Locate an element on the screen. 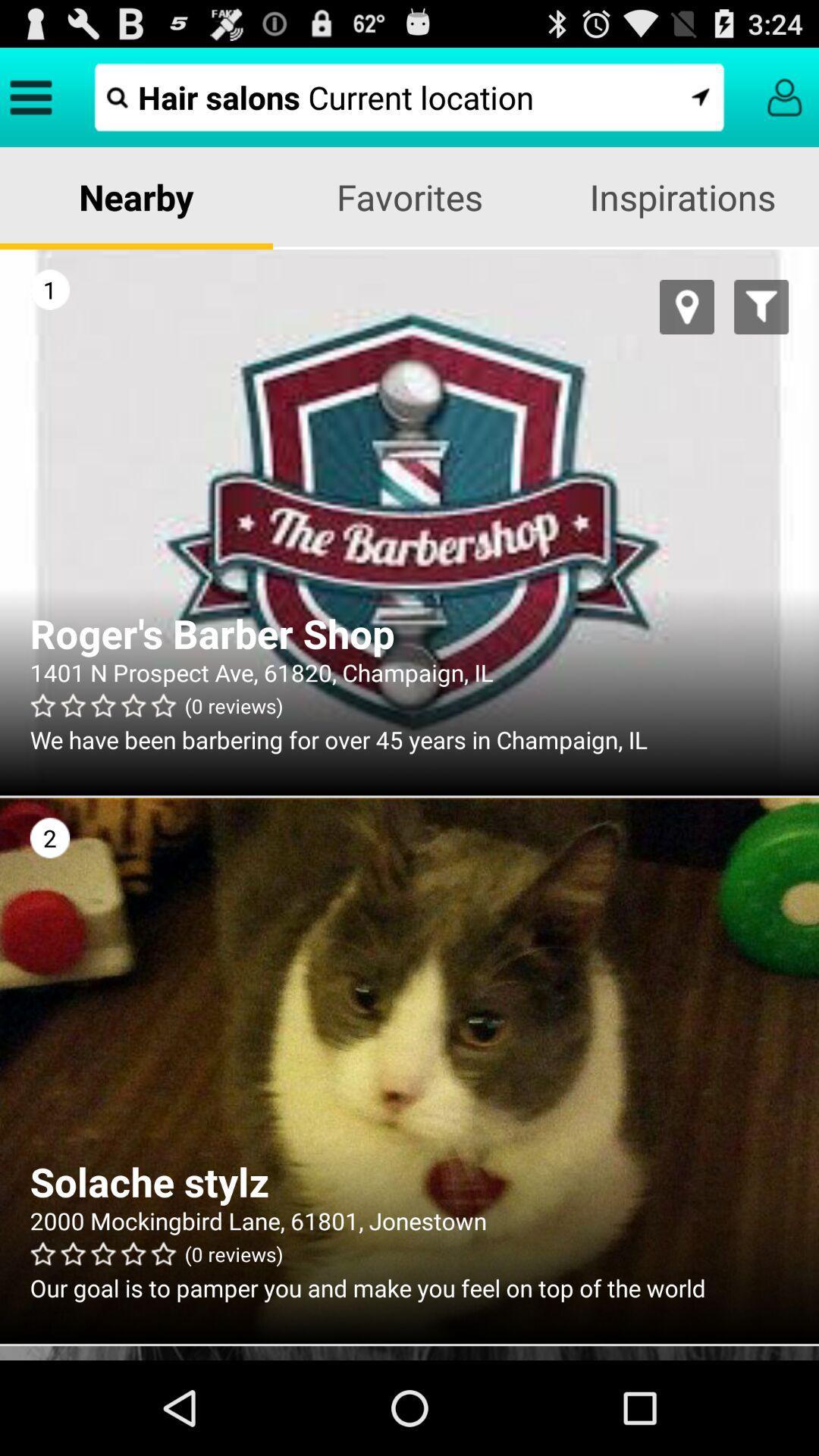 This screenshot has width=819, height=1456. the nearby item is located at coordinates (136, 196).